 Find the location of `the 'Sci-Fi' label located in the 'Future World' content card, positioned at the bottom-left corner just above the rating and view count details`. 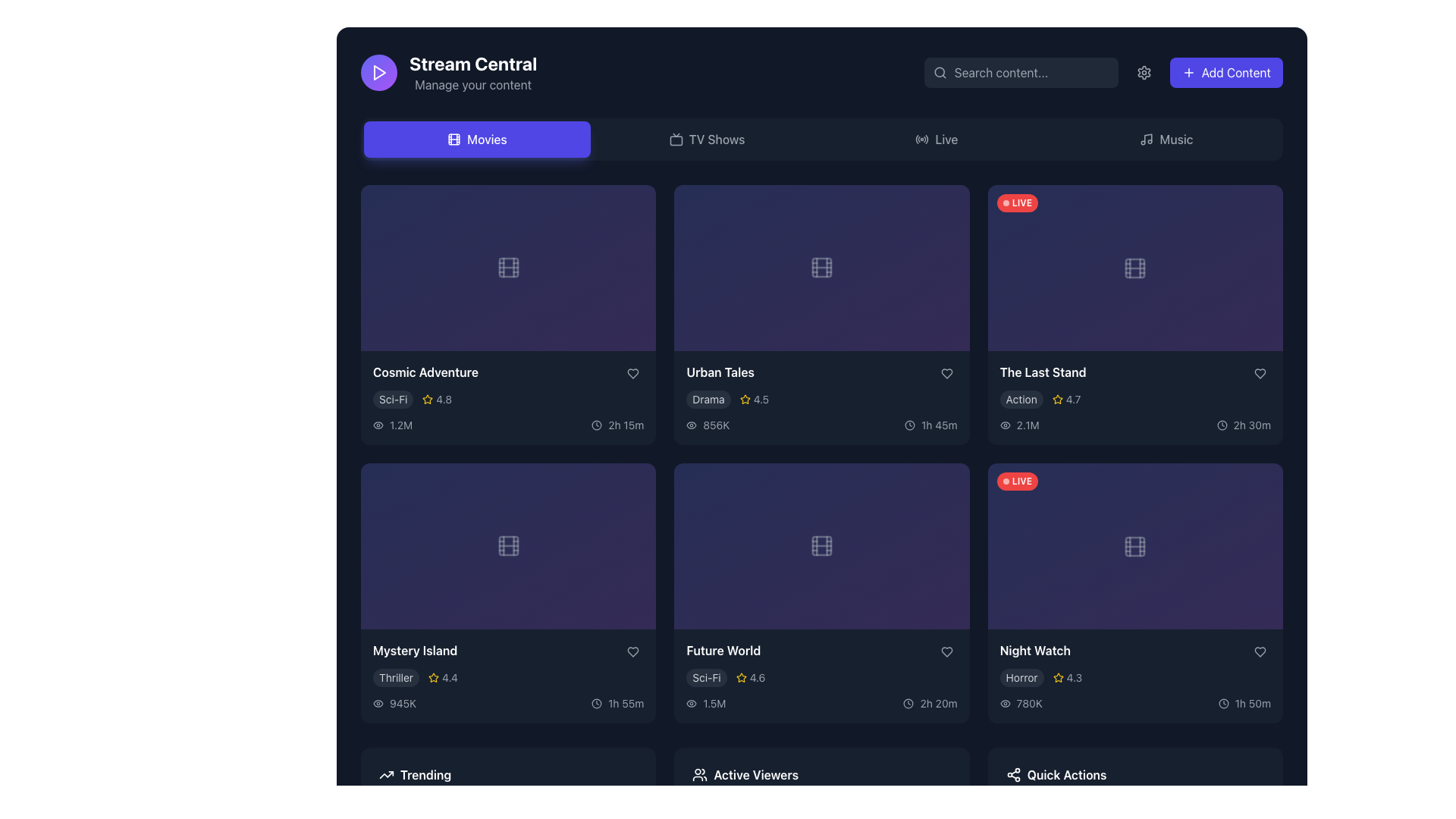

the 'Sci-Fi' label located in the 'Future World' content card, positioned at the bottom-left corner just above the rating and view count details is located at coordinates (705, 677).